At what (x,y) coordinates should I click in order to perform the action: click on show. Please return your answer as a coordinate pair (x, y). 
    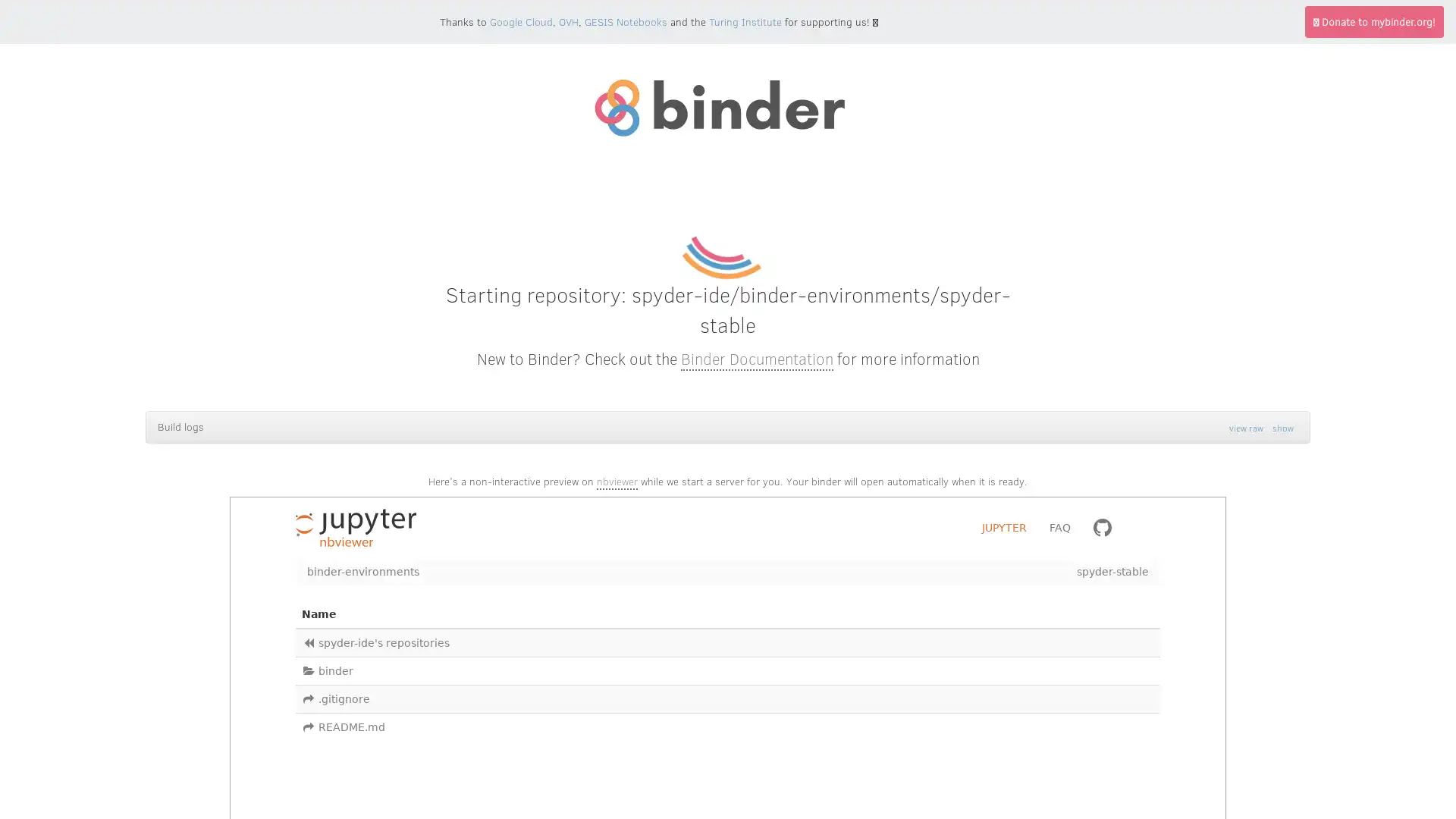
    Looking at the image, I should click on (1282, 427).